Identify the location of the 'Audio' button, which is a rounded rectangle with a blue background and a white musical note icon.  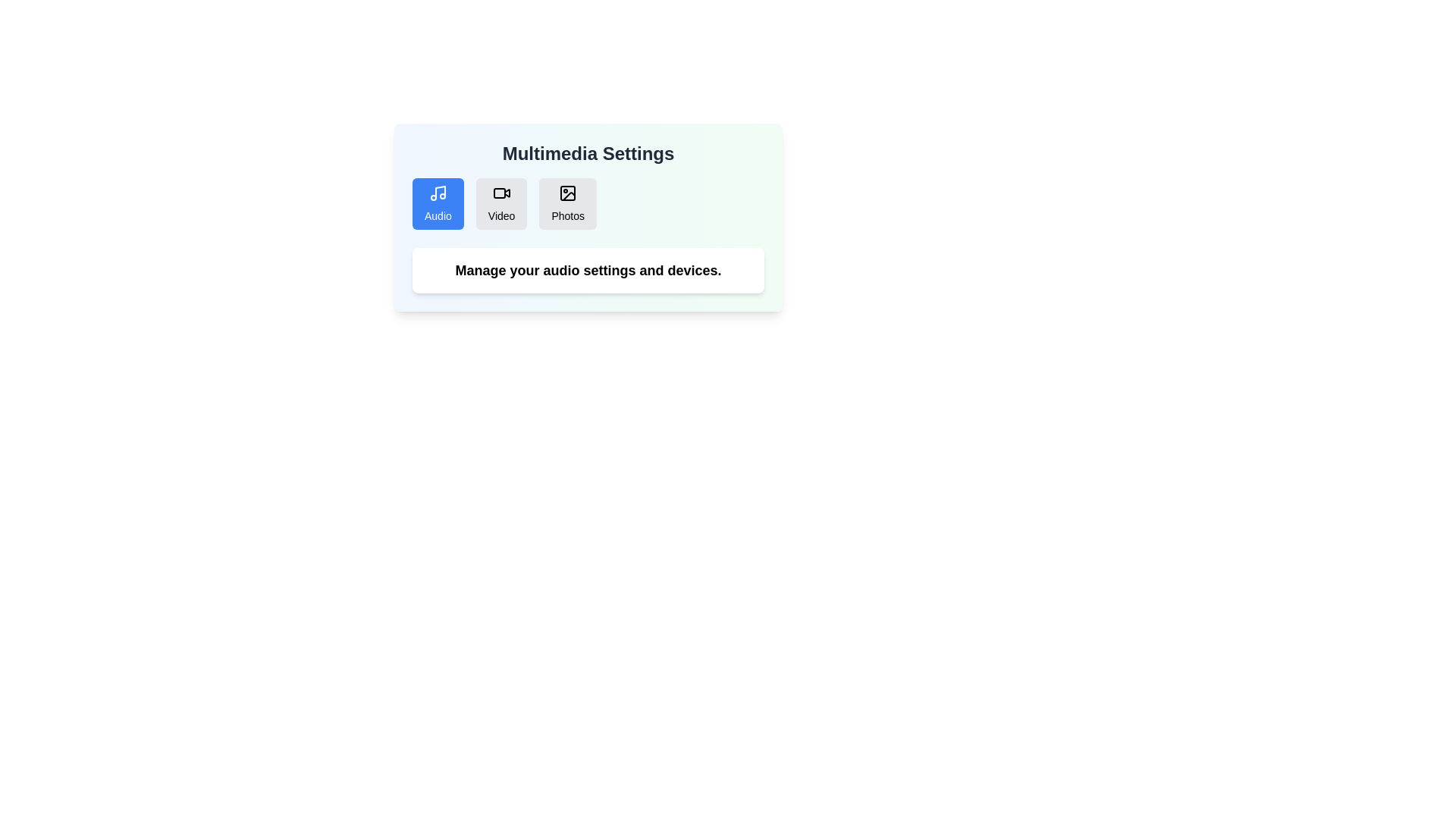
(437, 203).